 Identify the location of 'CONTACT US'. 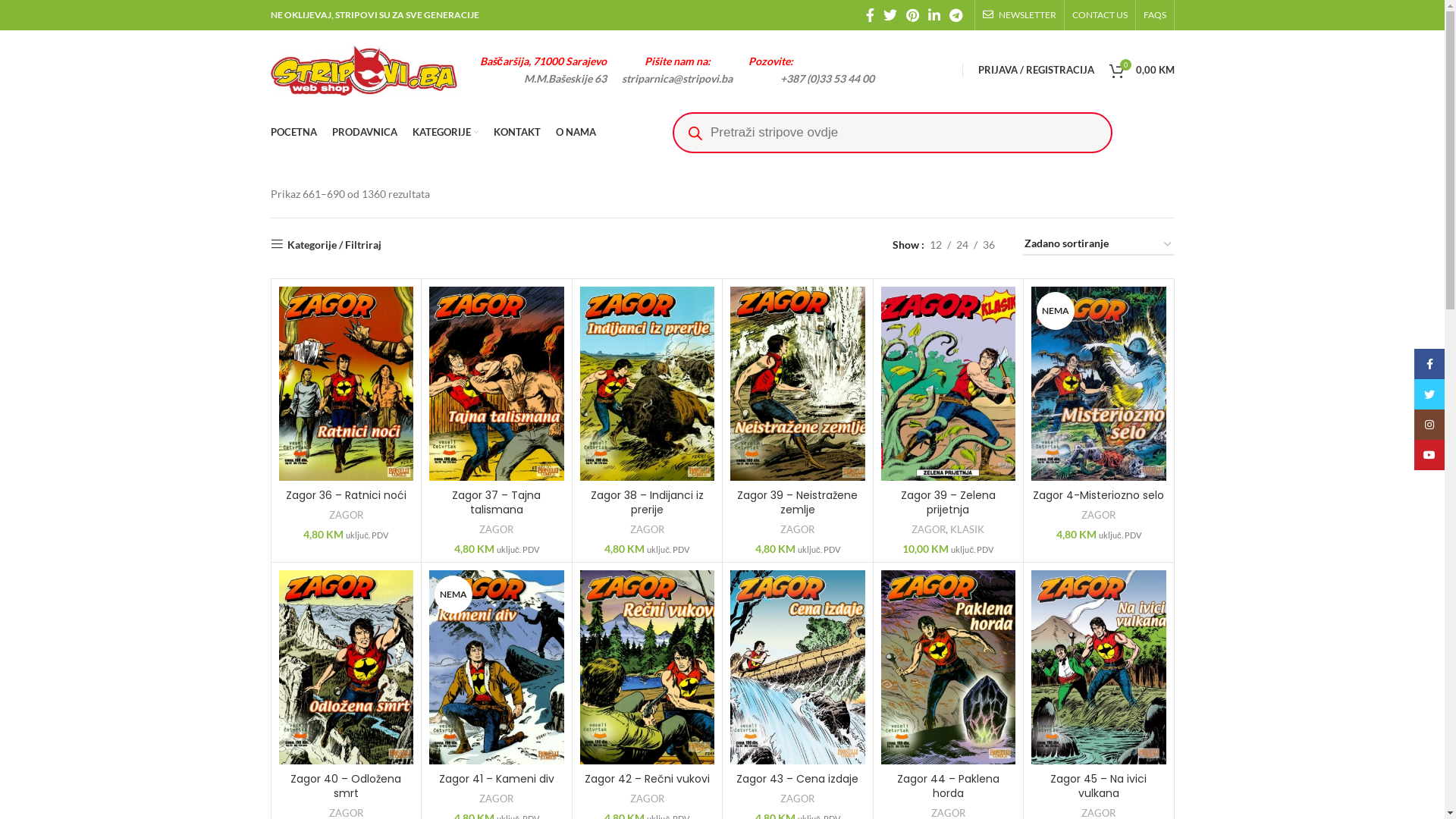
(1072, 14).